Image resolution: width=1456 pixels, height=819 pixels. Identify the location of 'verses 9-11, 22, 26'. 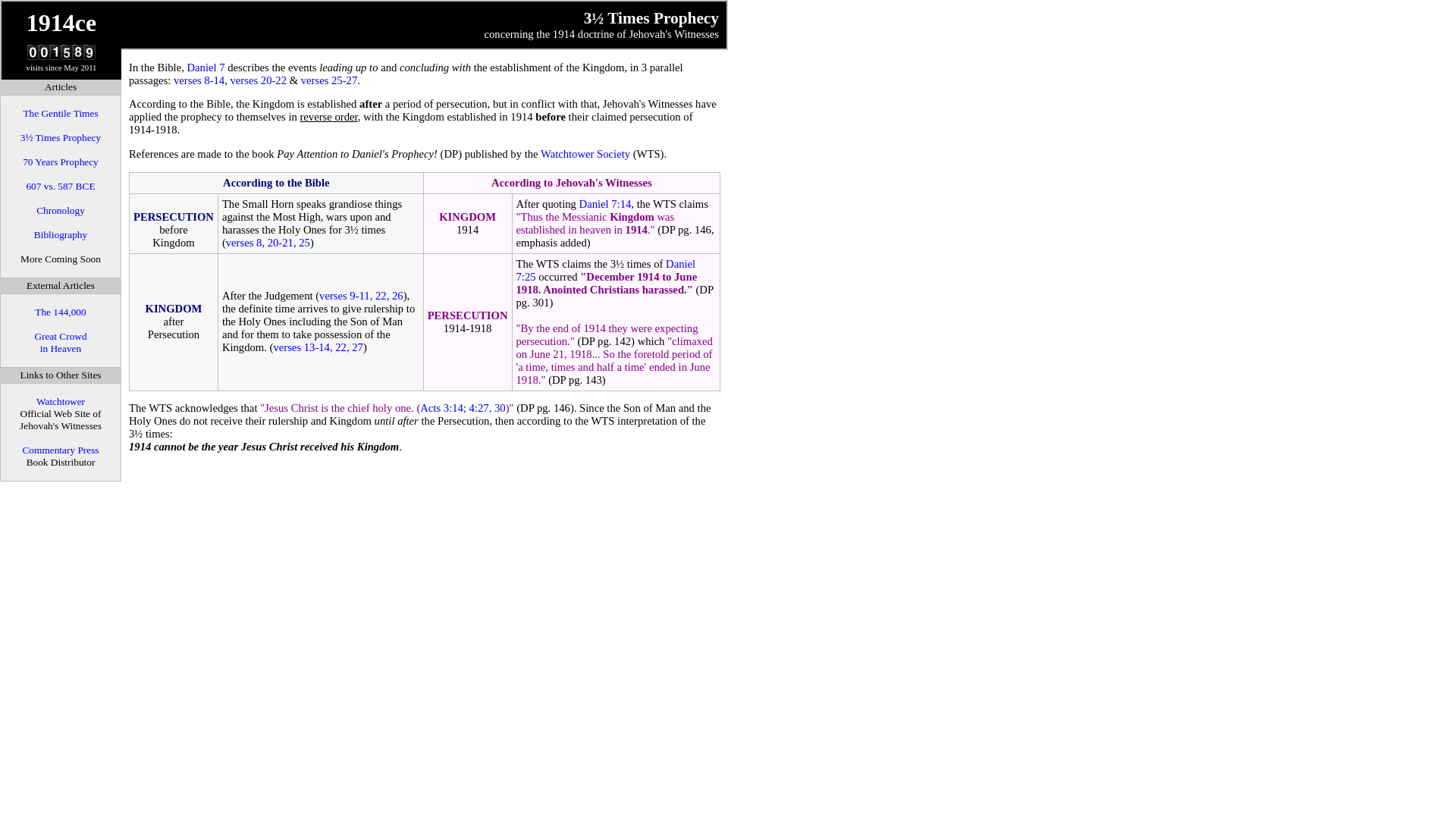
(360, 295).